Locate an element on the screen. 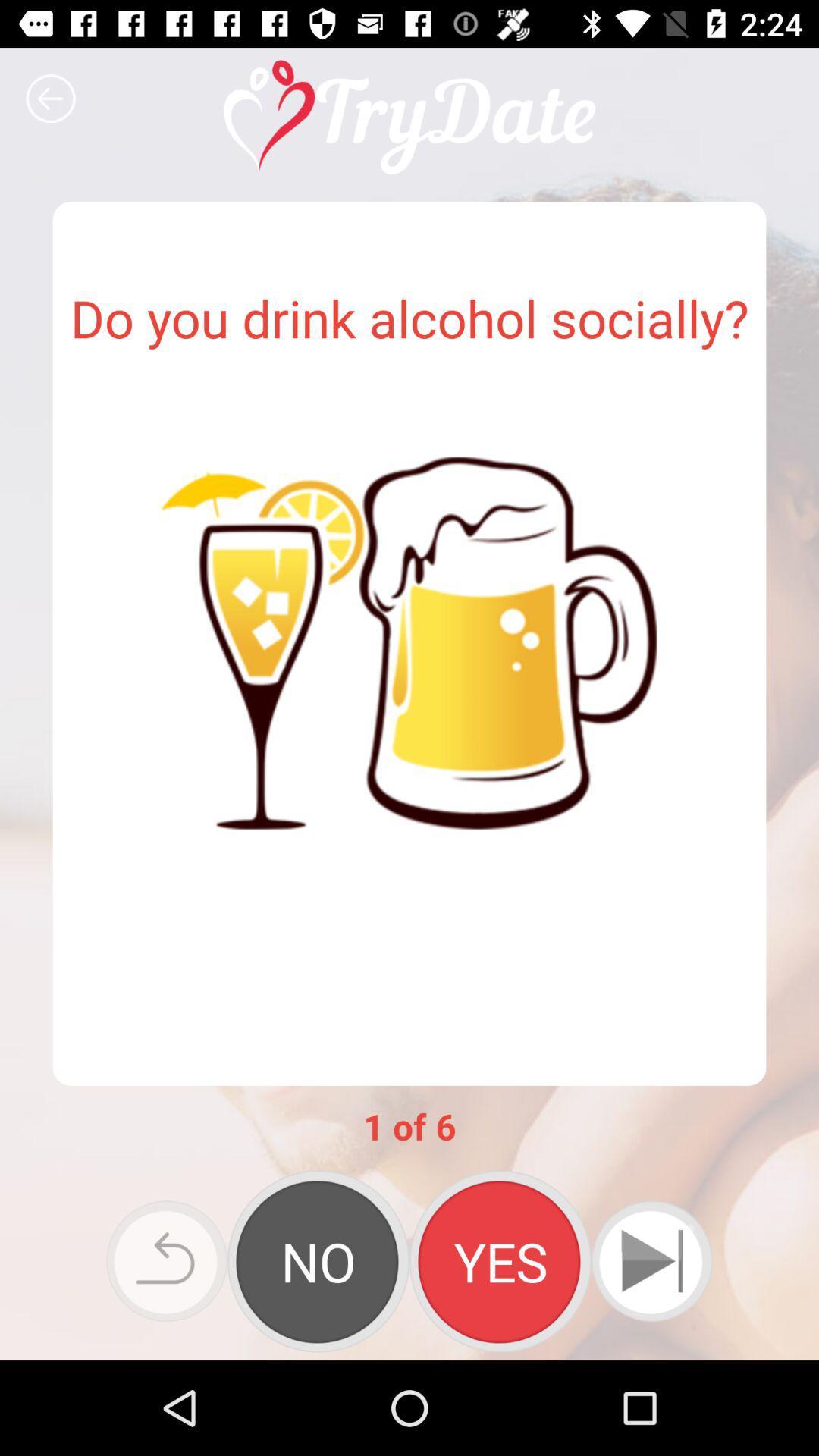  go back is located at coordinates (167, 1261).